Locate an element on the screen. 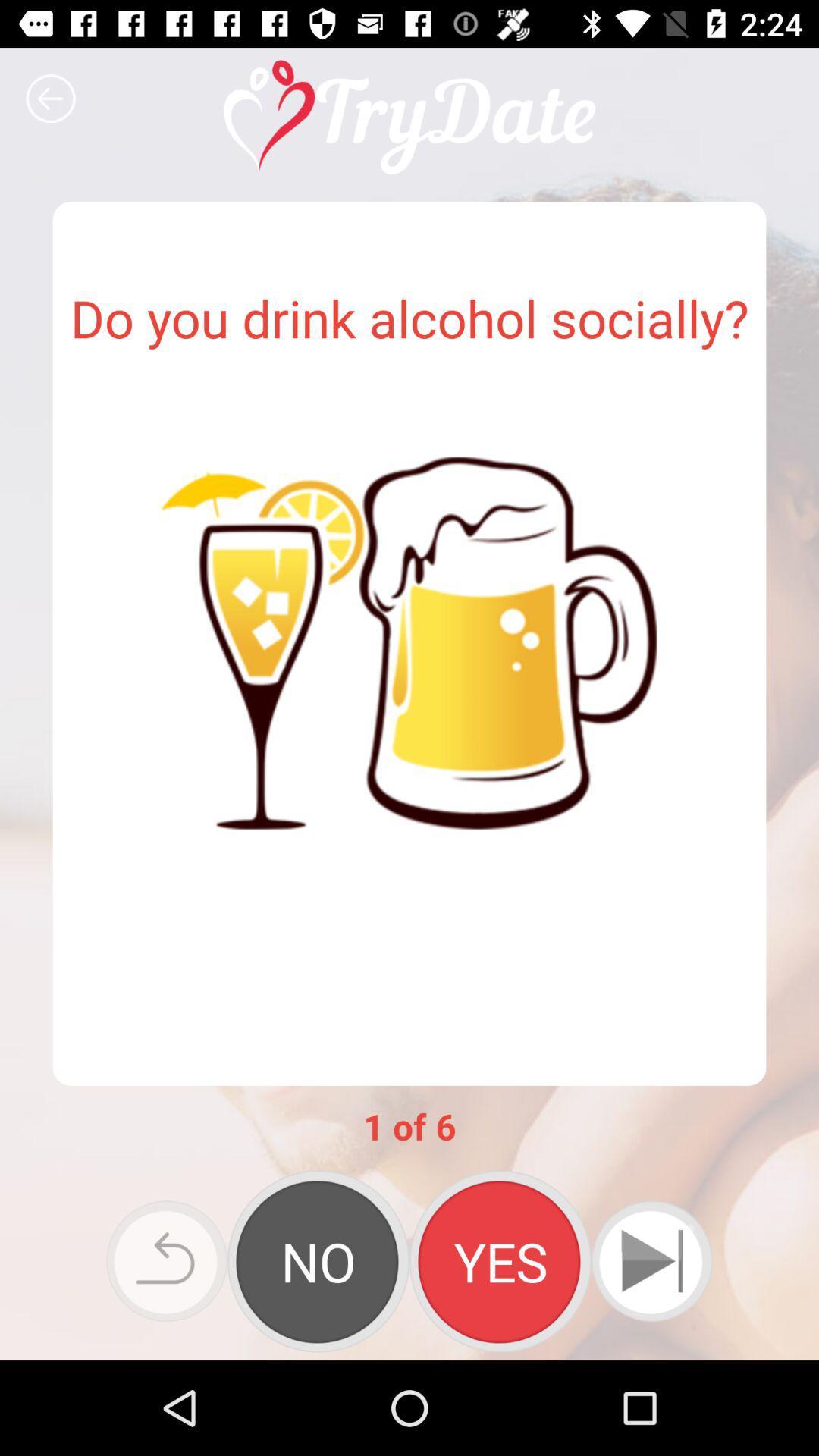  go back is located at coordinates (167, 1261).